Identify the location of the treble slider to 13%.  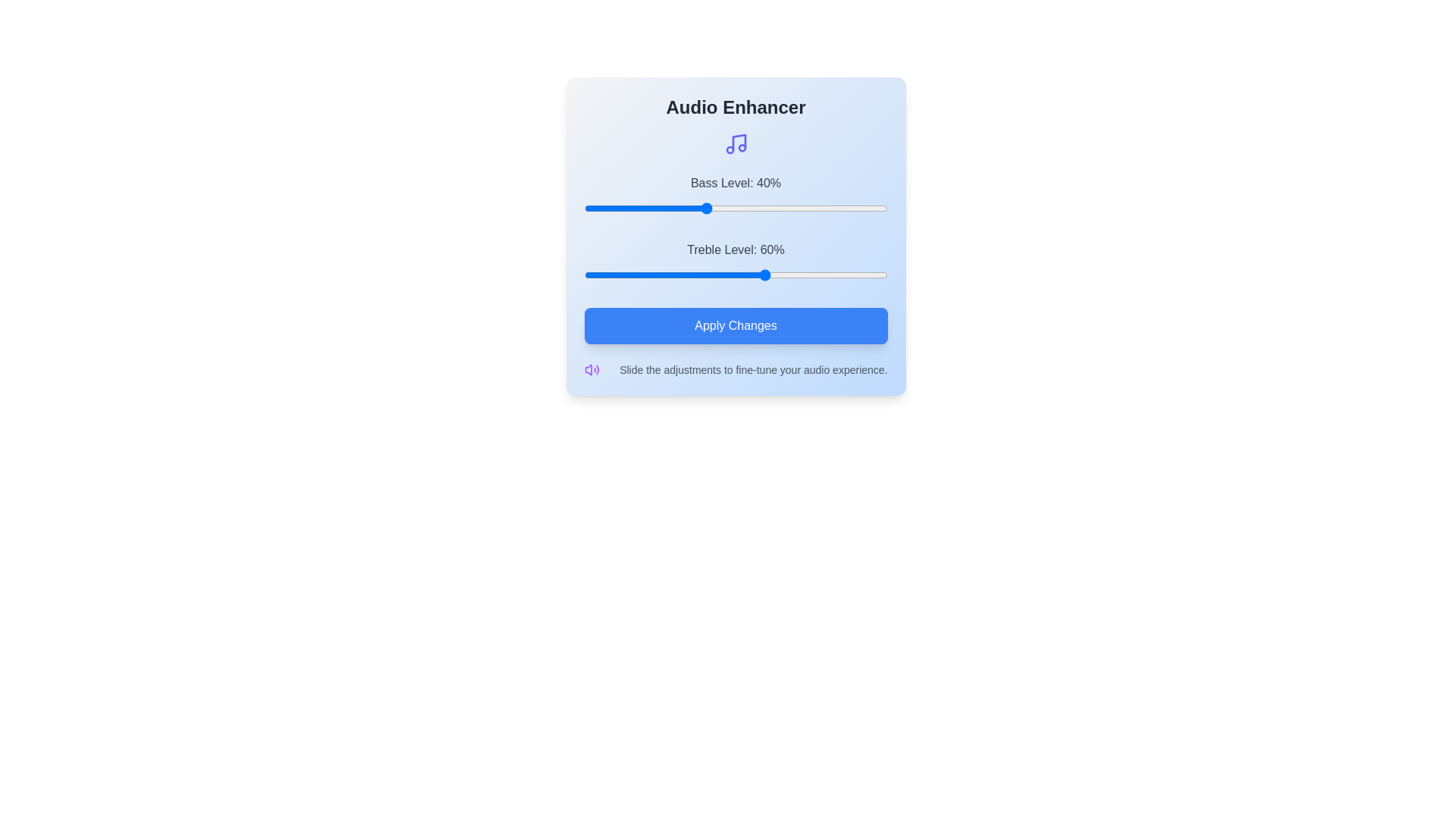
(623, 275).